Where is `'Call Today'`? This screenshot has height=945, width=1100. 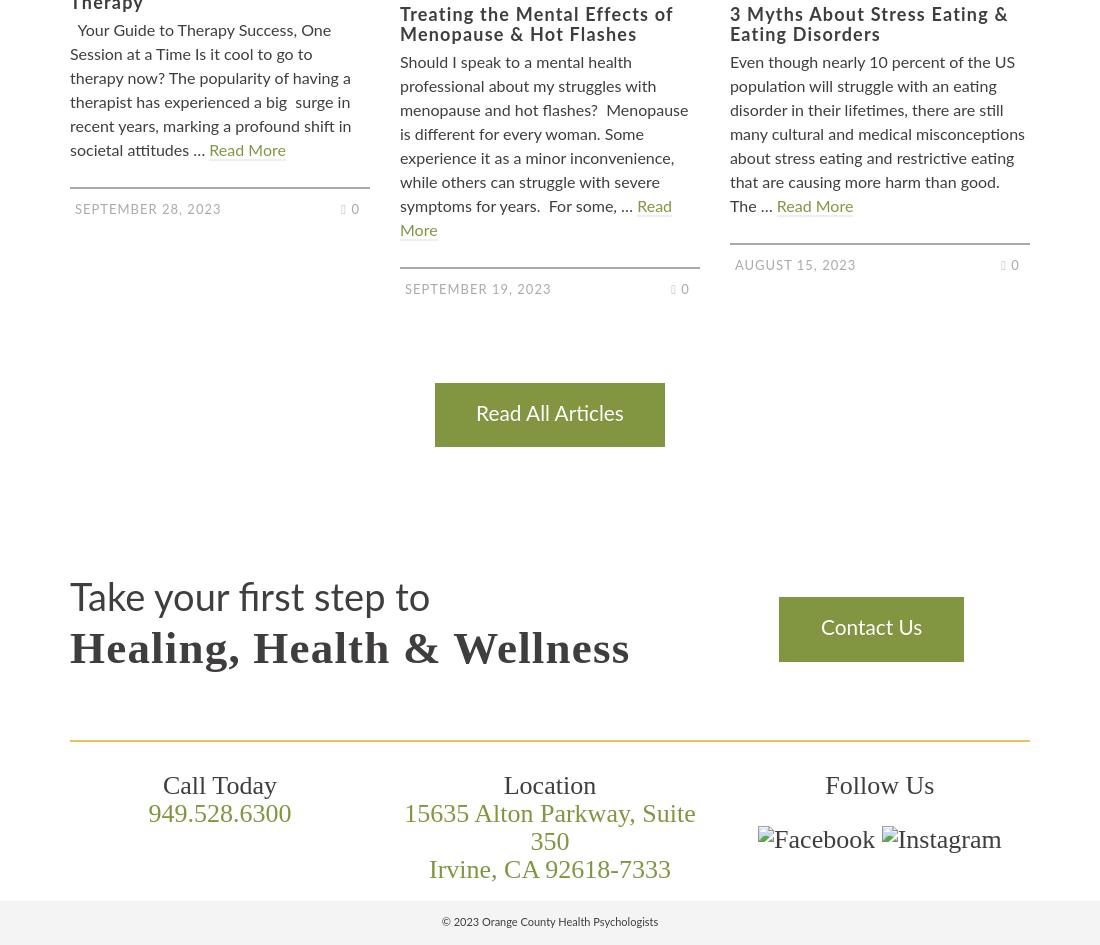 'Call Today' is located at coordinates (219, 784).